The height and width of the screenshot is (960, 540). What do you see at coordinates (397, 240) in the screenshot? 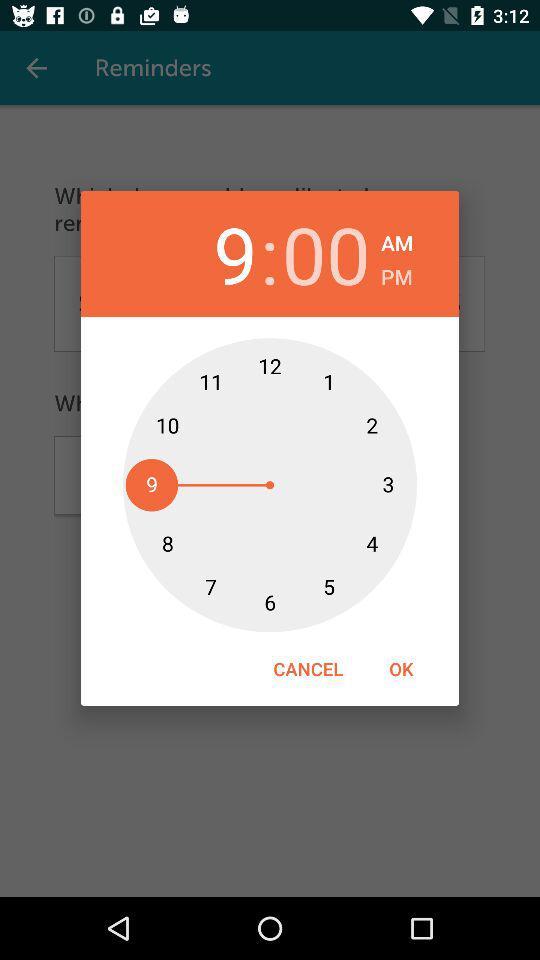
I see `icon above the pm` at bounding box center [397, 240].